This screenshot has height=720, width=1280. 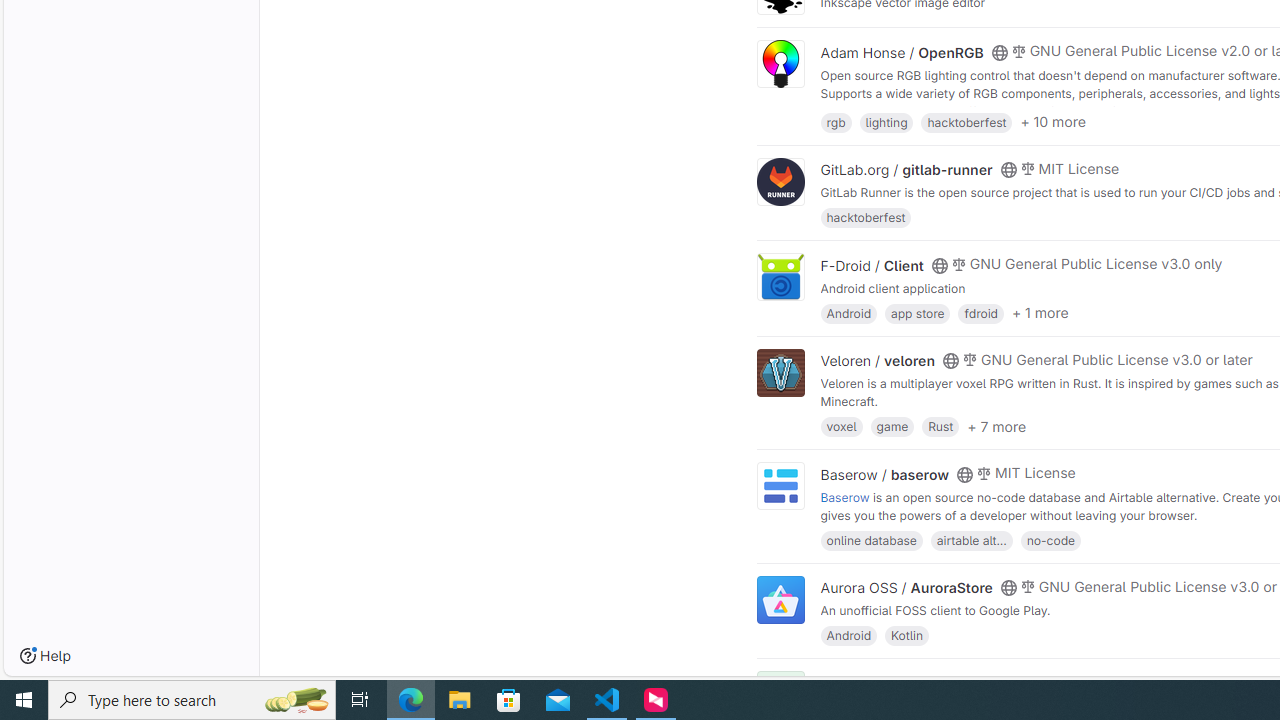 What do you see at coordinates (885, 121) in the screenshot?
I see `'lighting'` at bounding box center [885, 121].